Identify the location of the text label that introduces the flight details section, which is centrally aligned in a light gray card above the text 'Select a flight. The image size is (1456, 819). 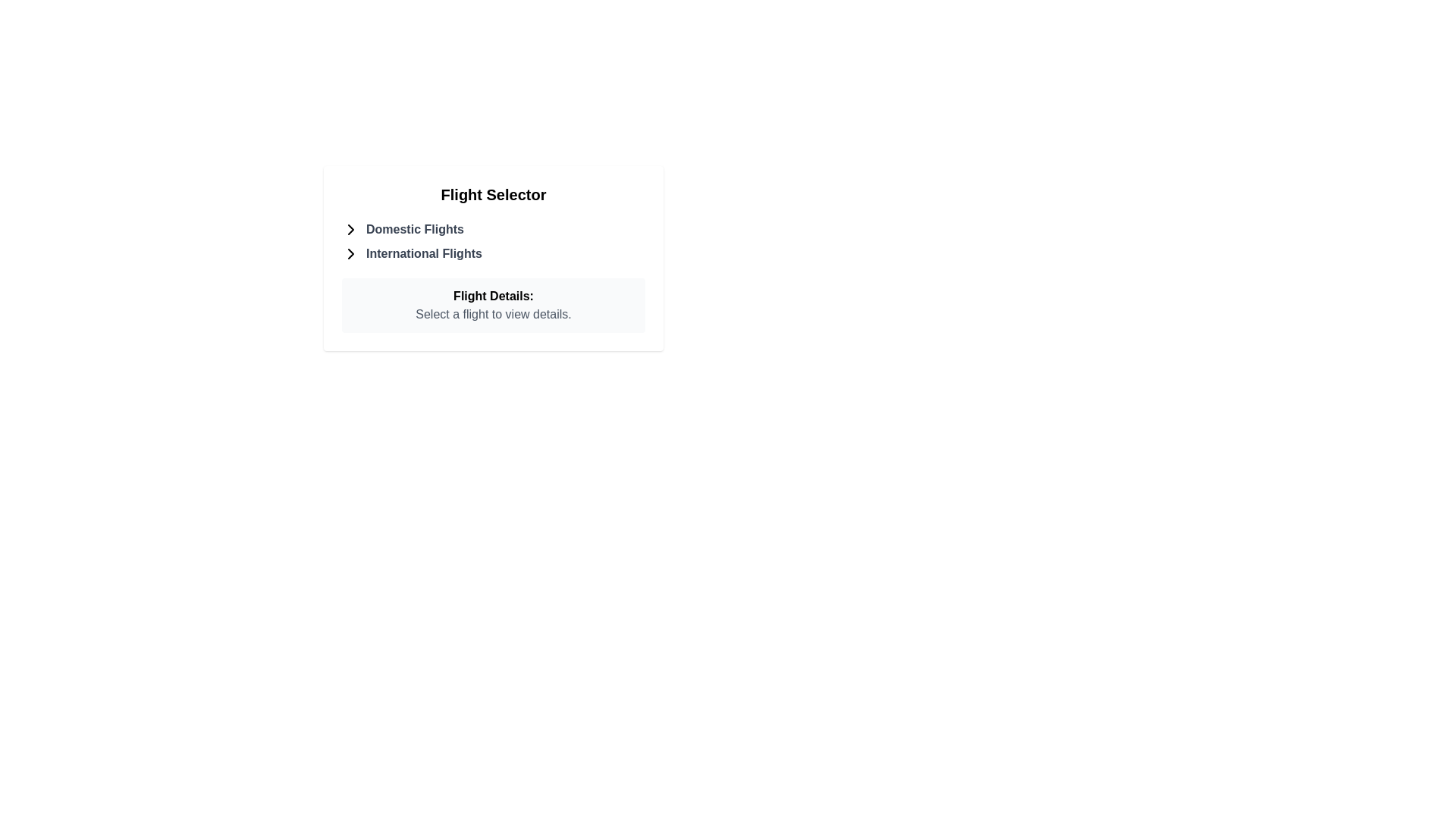
(494, 296).